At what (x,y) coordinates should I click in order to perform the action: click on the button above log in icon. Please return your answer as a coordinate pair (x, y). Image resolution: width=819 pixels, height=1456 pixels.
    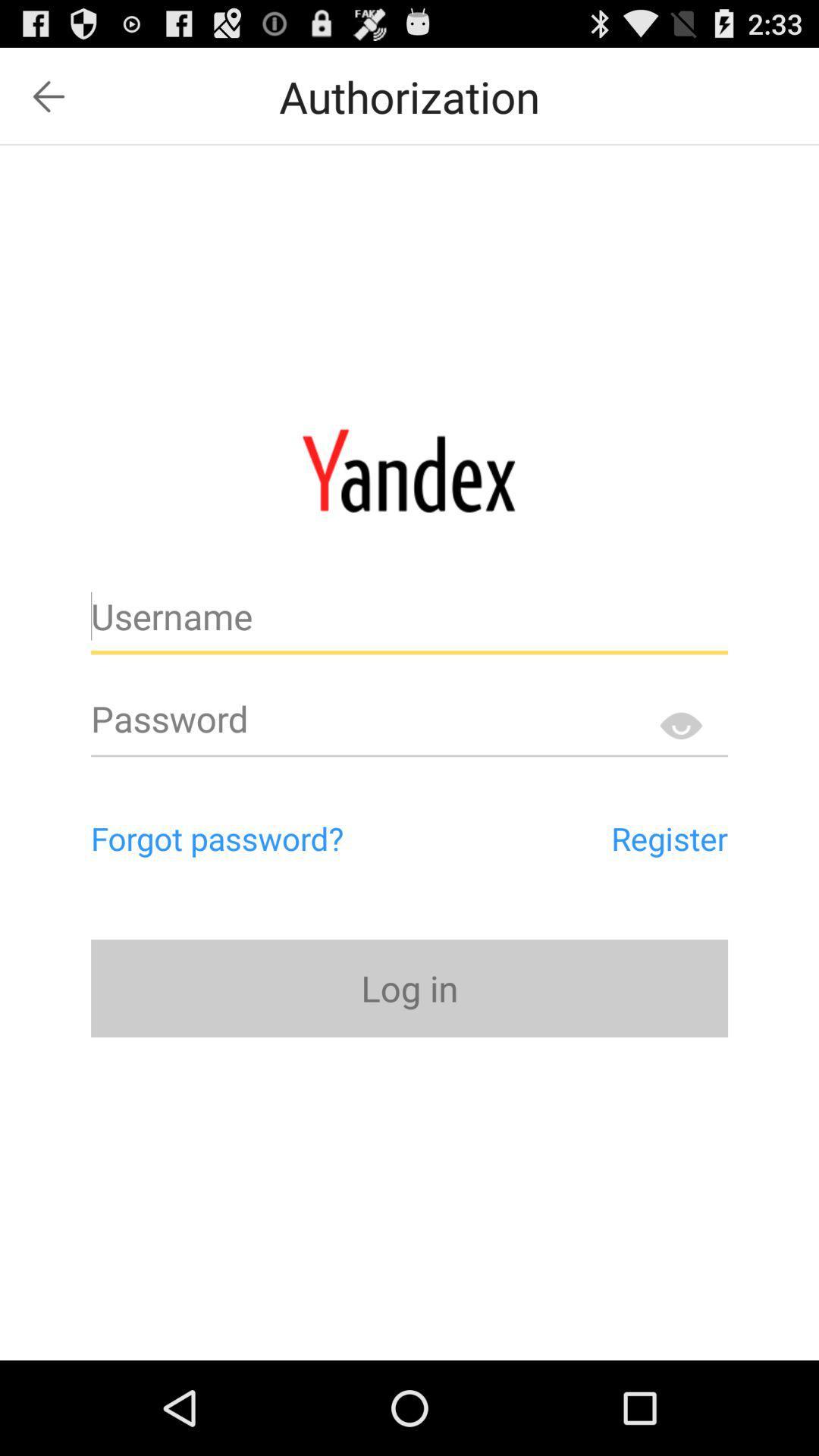
    Looking at the image, I should click on (599, 837).